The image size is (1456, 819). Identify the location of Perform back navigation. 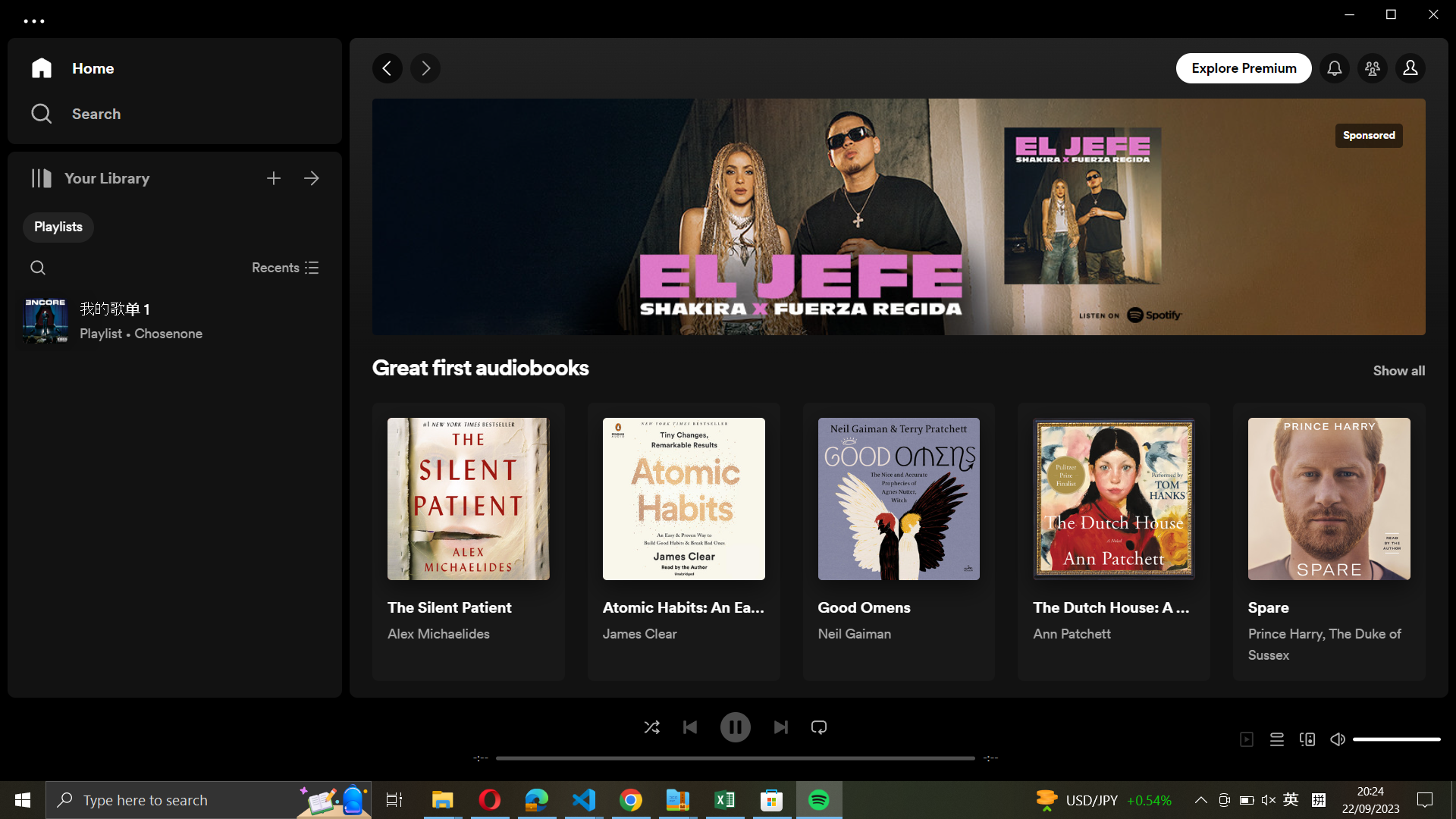
(388, 69).